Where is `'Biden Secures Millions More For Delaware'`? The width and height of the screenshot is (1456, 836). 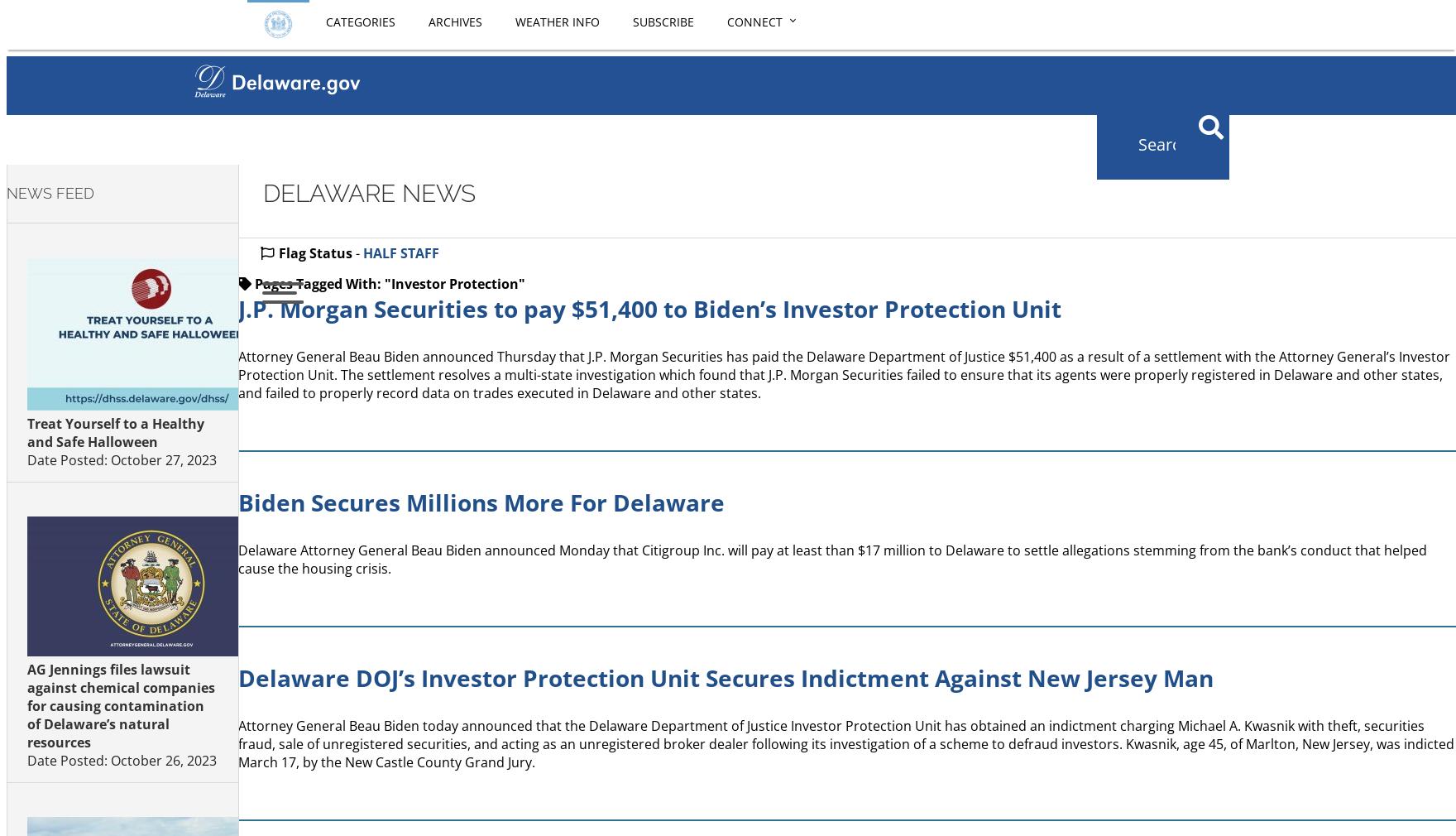 'Biden Secures Millions More For Delaware' is located at coordinates (237, 502).